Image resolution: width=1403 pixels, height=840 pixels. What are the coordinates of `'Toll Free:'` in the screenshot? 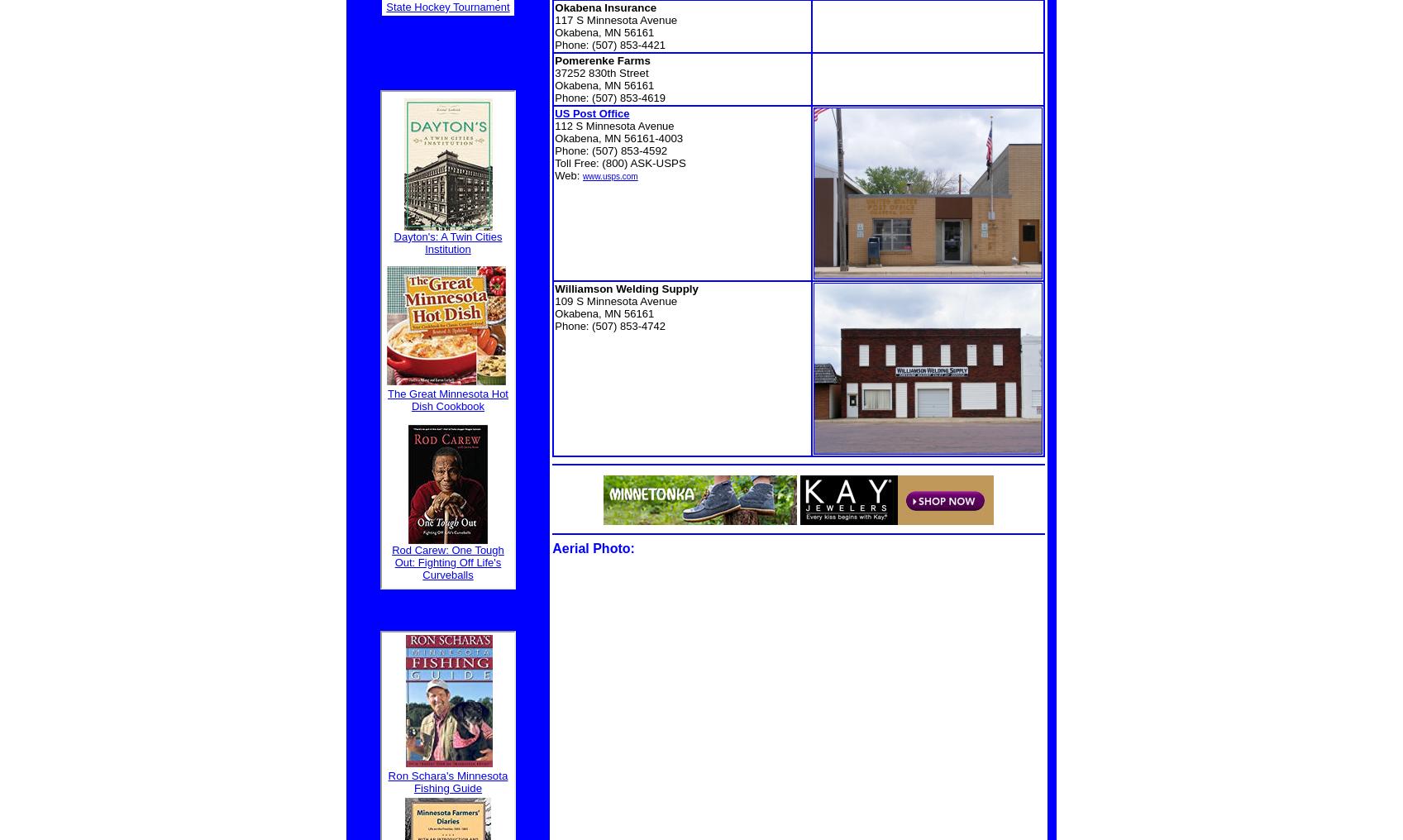 It's located at (577, 163).